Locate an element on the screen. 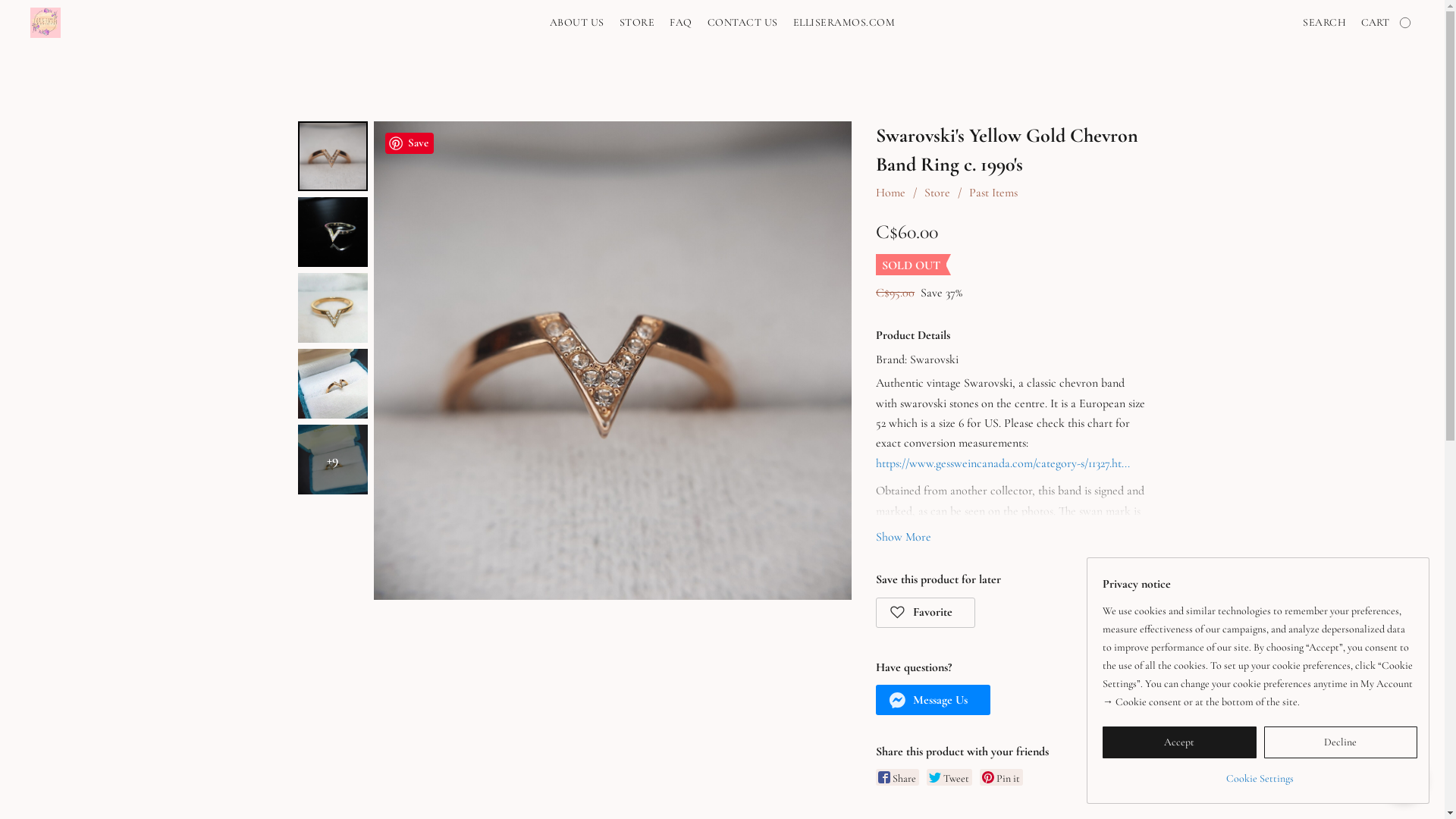 The image size is (1456, 819). 'https://www.gessweincanada.com/category-s/11327.ht...' is located at coordinates (1003, 462).